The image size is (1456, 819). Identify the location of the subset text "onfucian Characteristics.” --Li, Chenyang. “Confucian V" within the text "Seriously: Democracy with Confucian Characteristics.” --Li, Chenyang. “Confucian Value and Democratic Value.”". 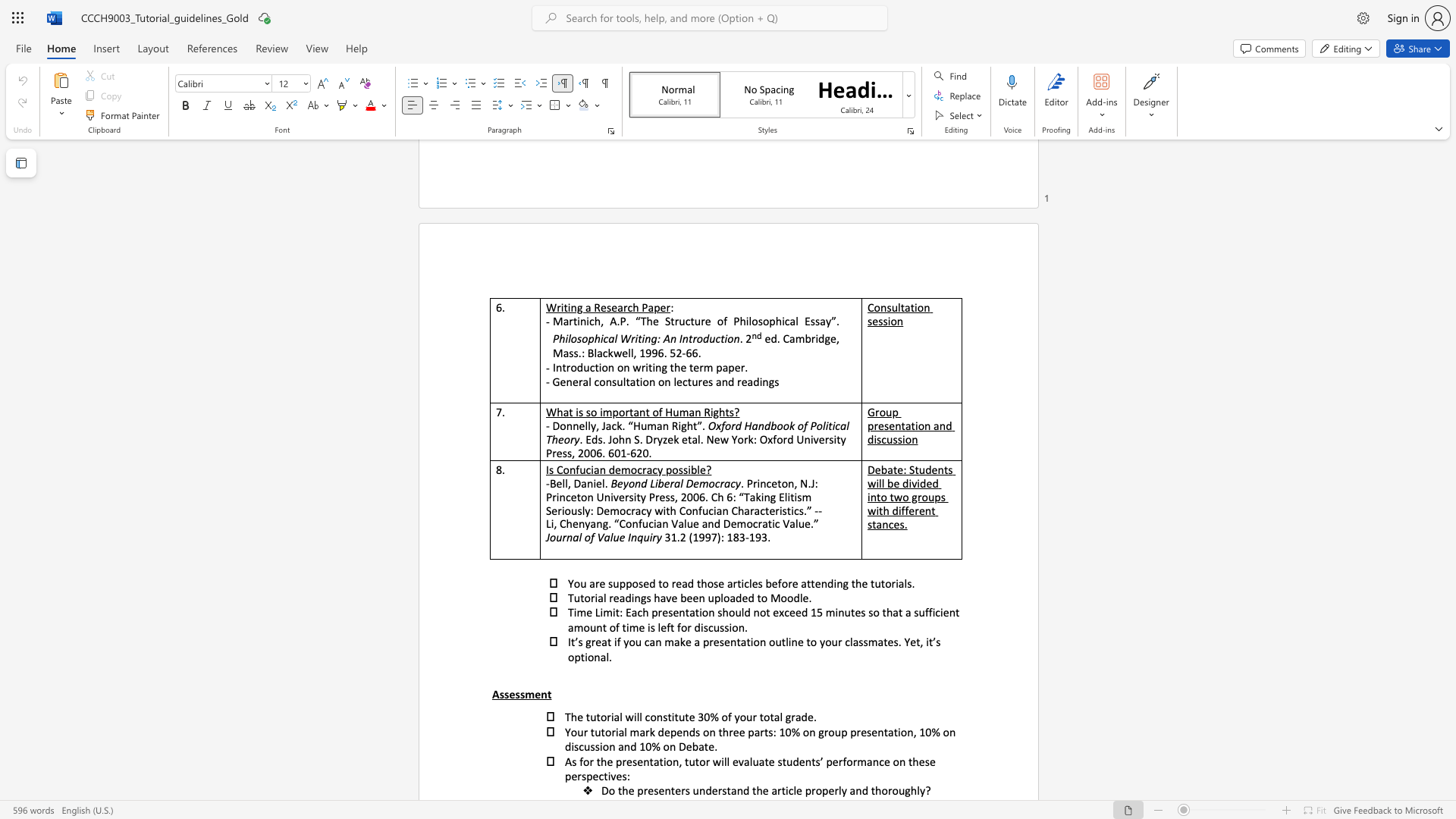
(685, 510).